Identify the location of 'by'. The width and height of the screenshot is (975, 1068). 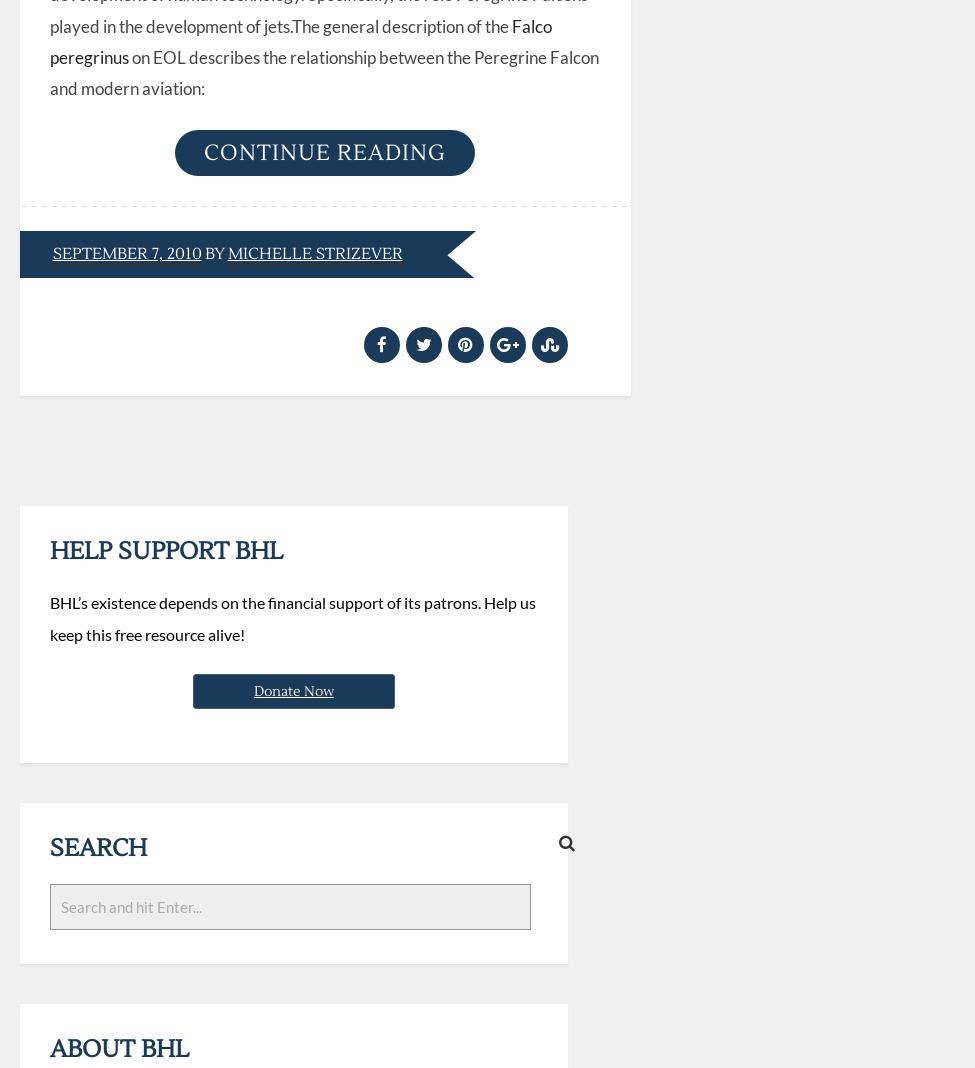
(214, 253).